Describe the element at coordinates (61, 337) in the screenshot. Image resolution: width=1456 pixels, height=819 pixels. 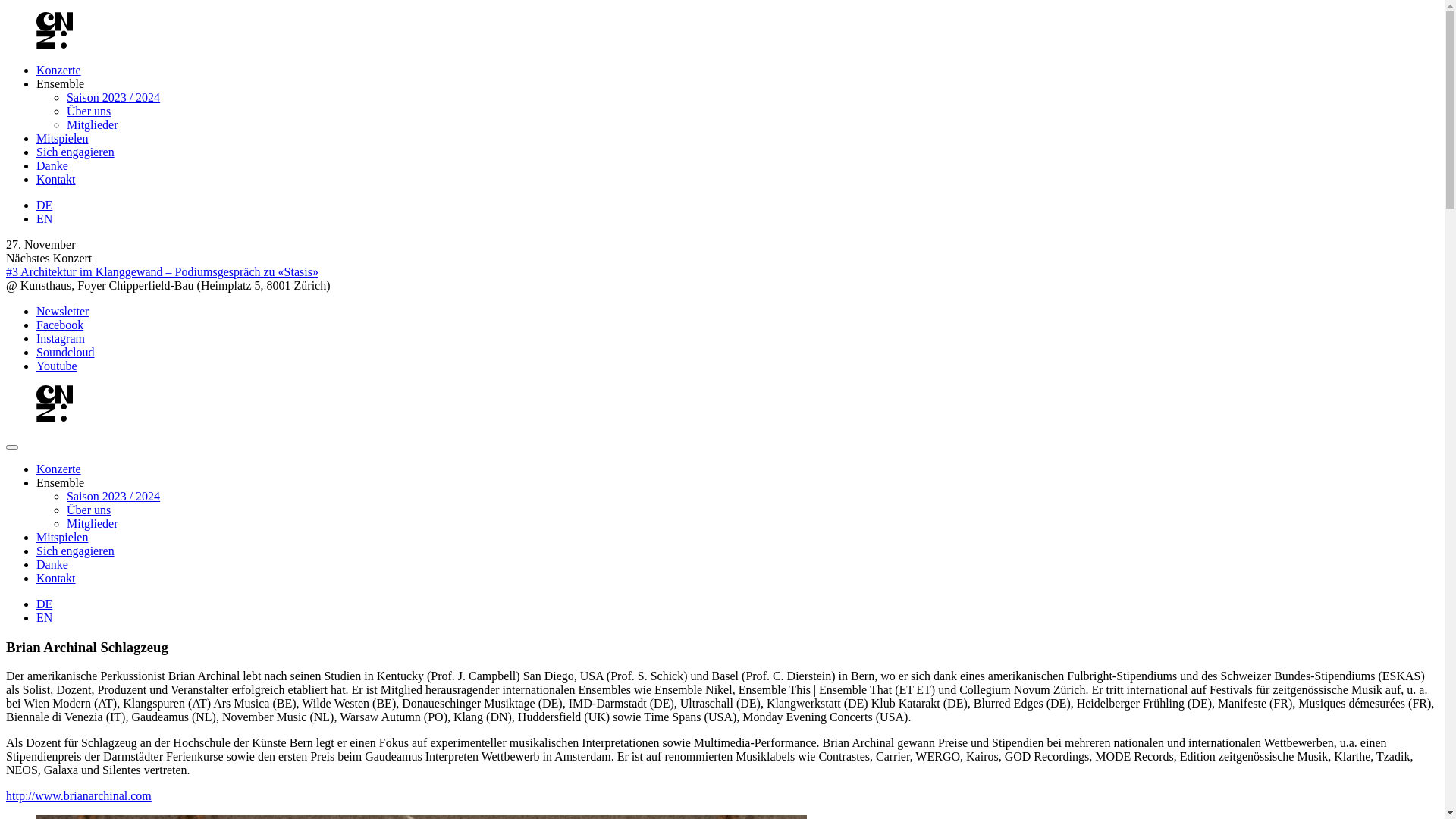
I see `'Instagram'` at that location.